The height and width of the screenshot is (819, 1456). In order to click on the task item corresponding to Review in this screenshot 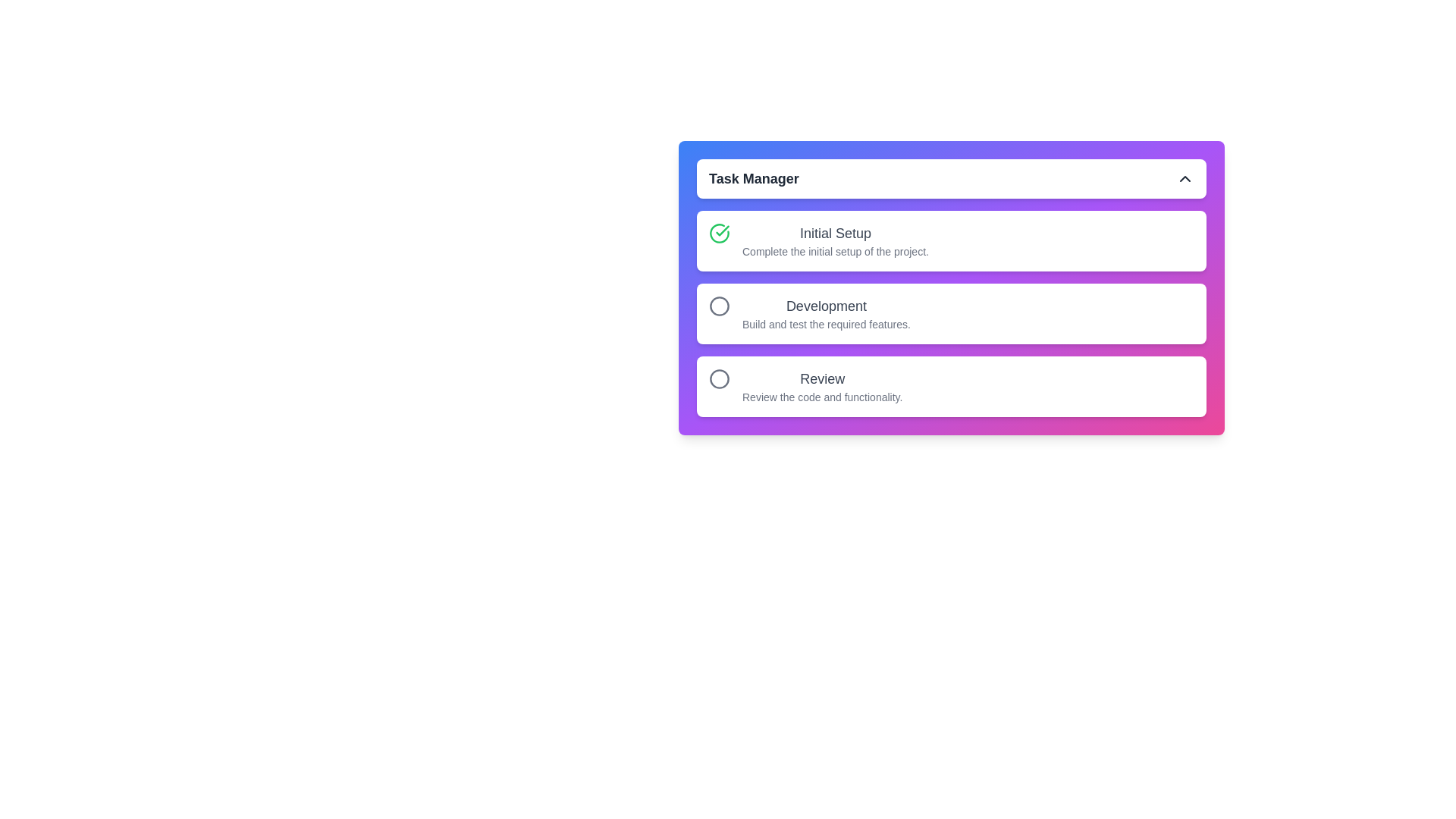, I will do `click(950, 385)`.